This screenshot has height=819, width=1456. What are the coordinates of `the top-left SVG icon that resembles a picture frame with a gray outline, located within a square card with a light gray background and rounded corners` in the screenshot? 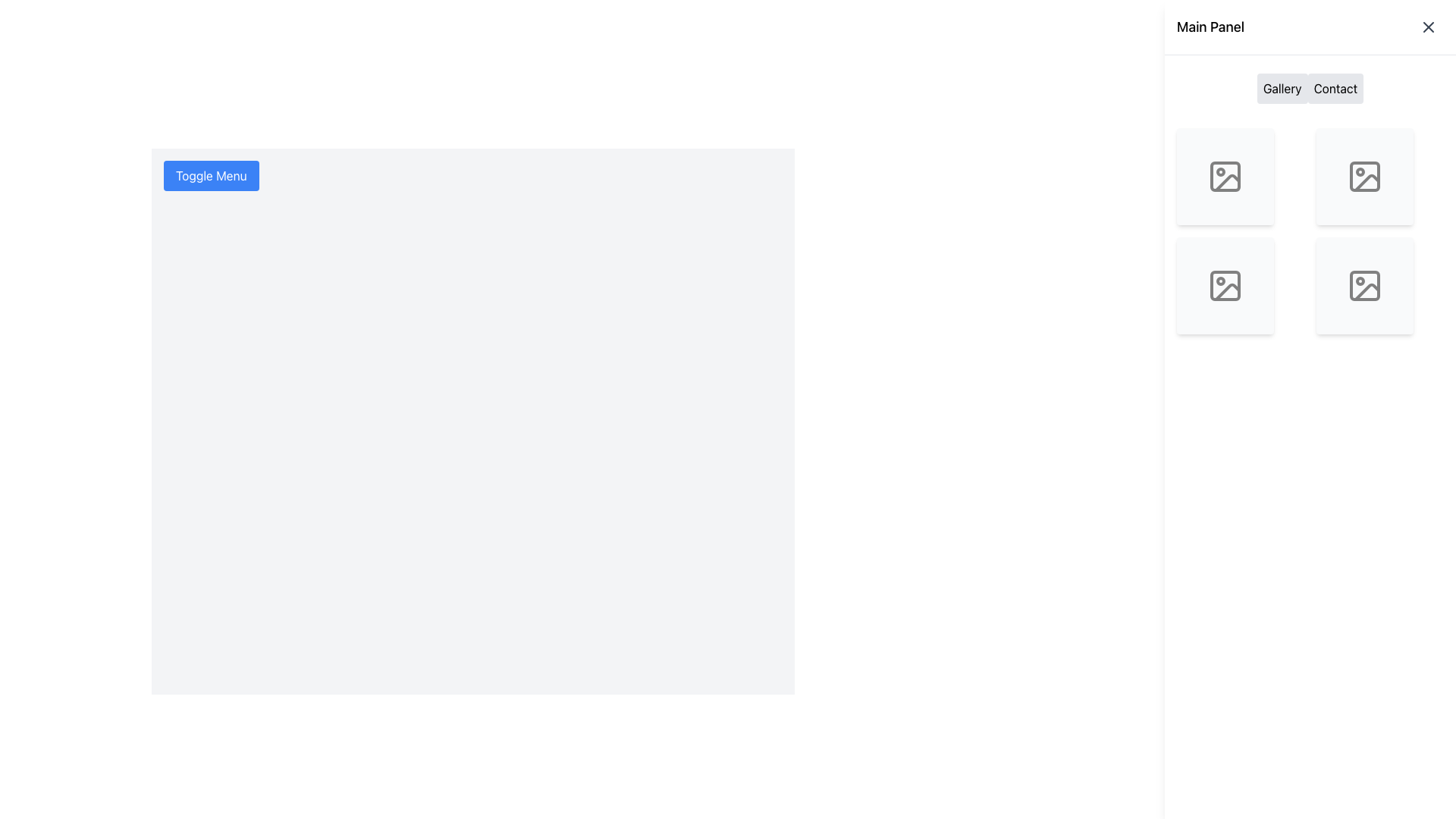 It's located at (1225, 175).